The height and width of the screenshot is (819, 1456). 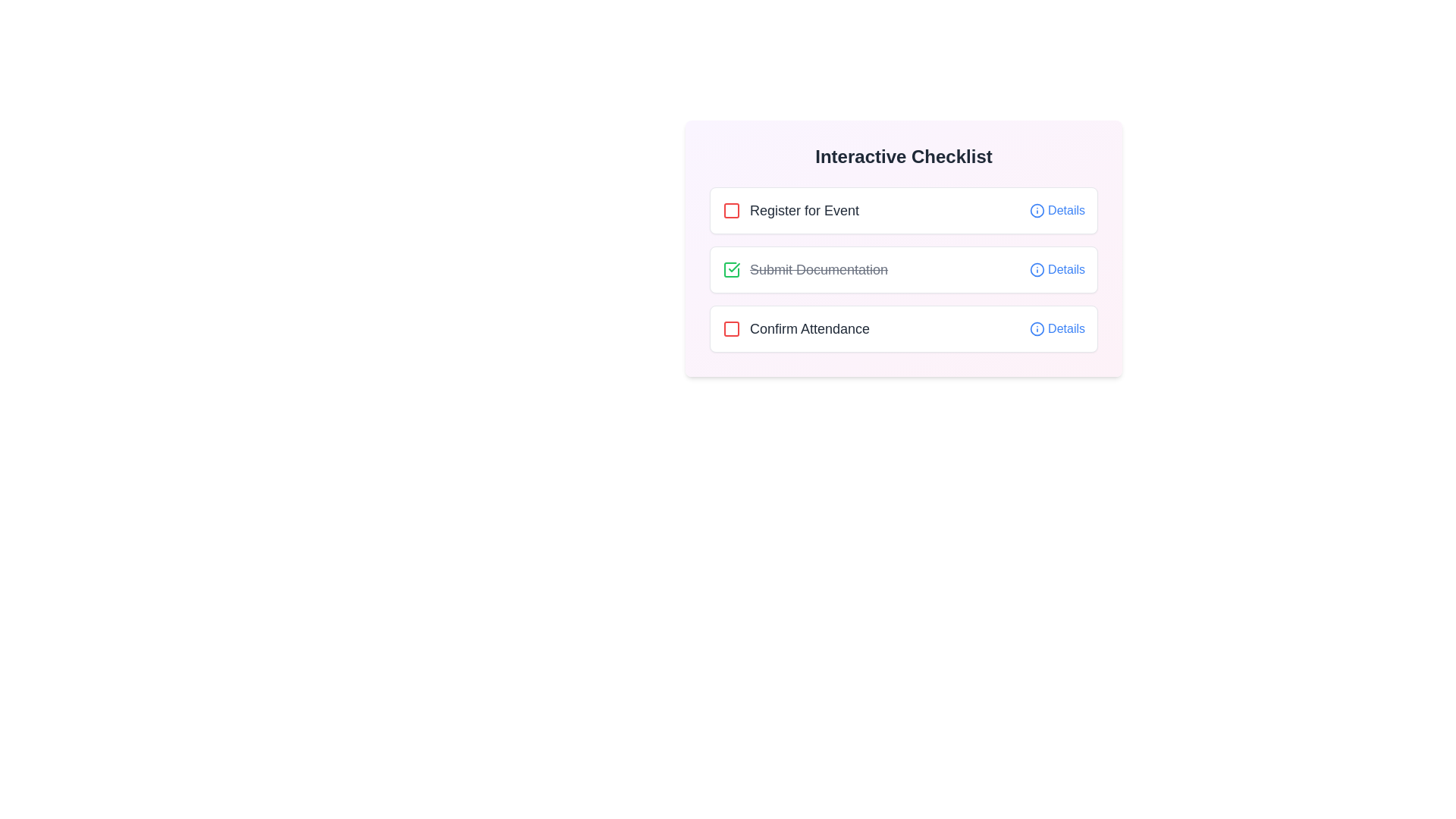 I want to click on the visual indicator that signals an unchecked state in the 'Confirm Attendance' checklist item, so click(x=731, y=328).